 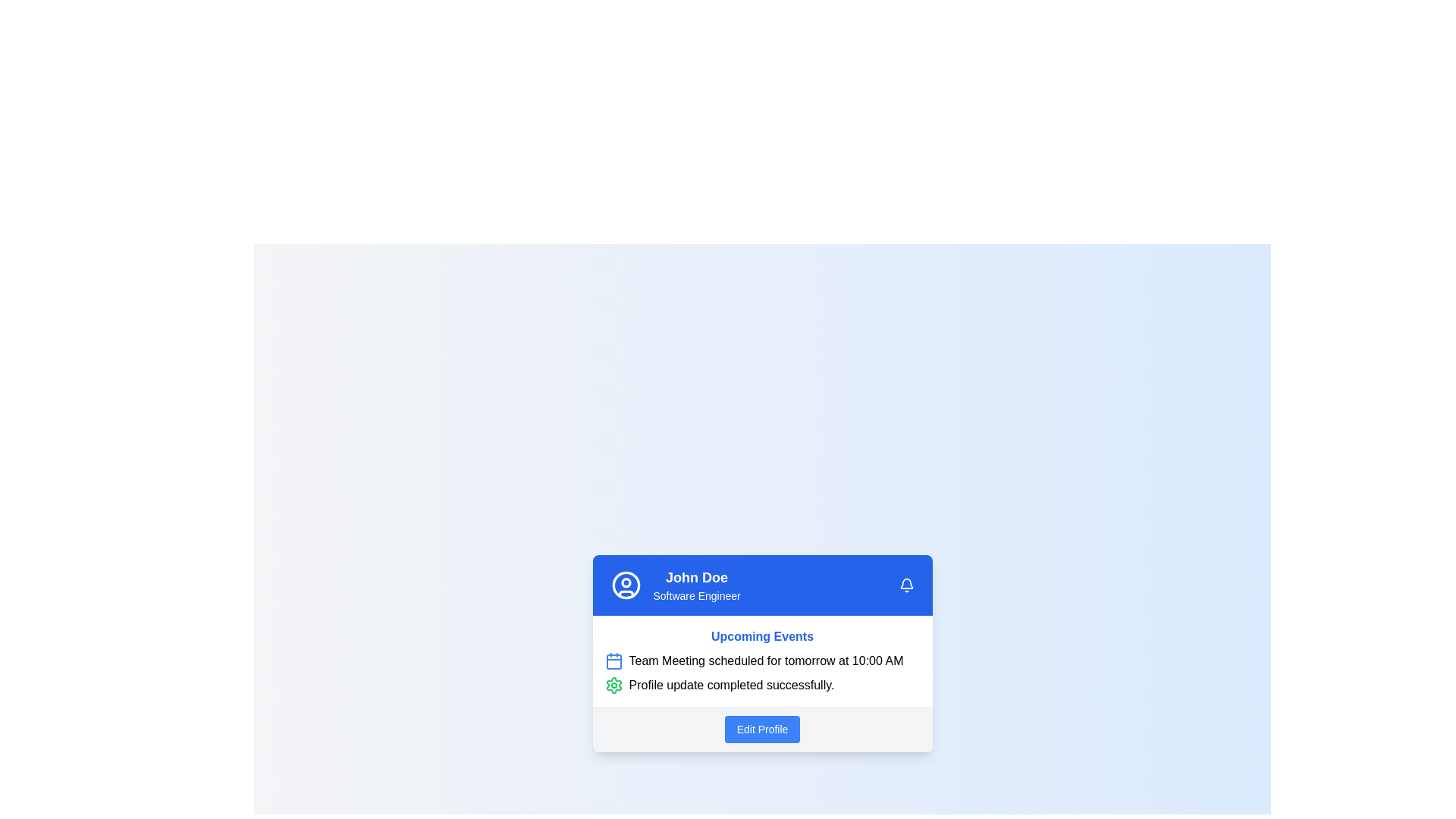 What do you see at coordinates (906, 584) in the screenshot?
I see `the notification bell icon located at the upper-right corner of the blue header, which displays 'John Doe, Software Engineer'` at bounding box center [906, 584].